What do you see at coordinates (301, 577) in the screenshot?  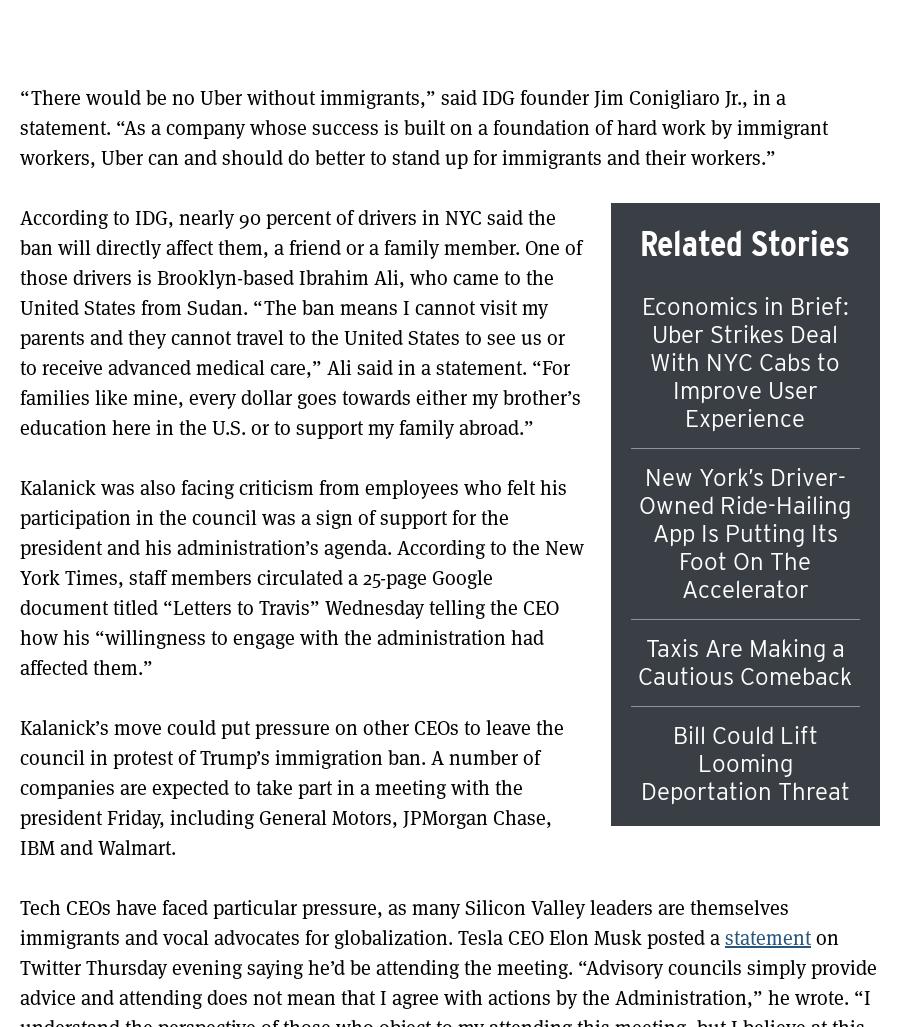 I see `'Kalanick was also facing criticism from employees who felt his participation in the council was a sign of support for the president and his administration’s agenda. According to the New York Times, staff members circulated a 25-page Google document titled “Letters to Travis” Wednesday telling the CEO how his “willingness to engage with the administration had affected them.”'` at bounding box center [301, 577].